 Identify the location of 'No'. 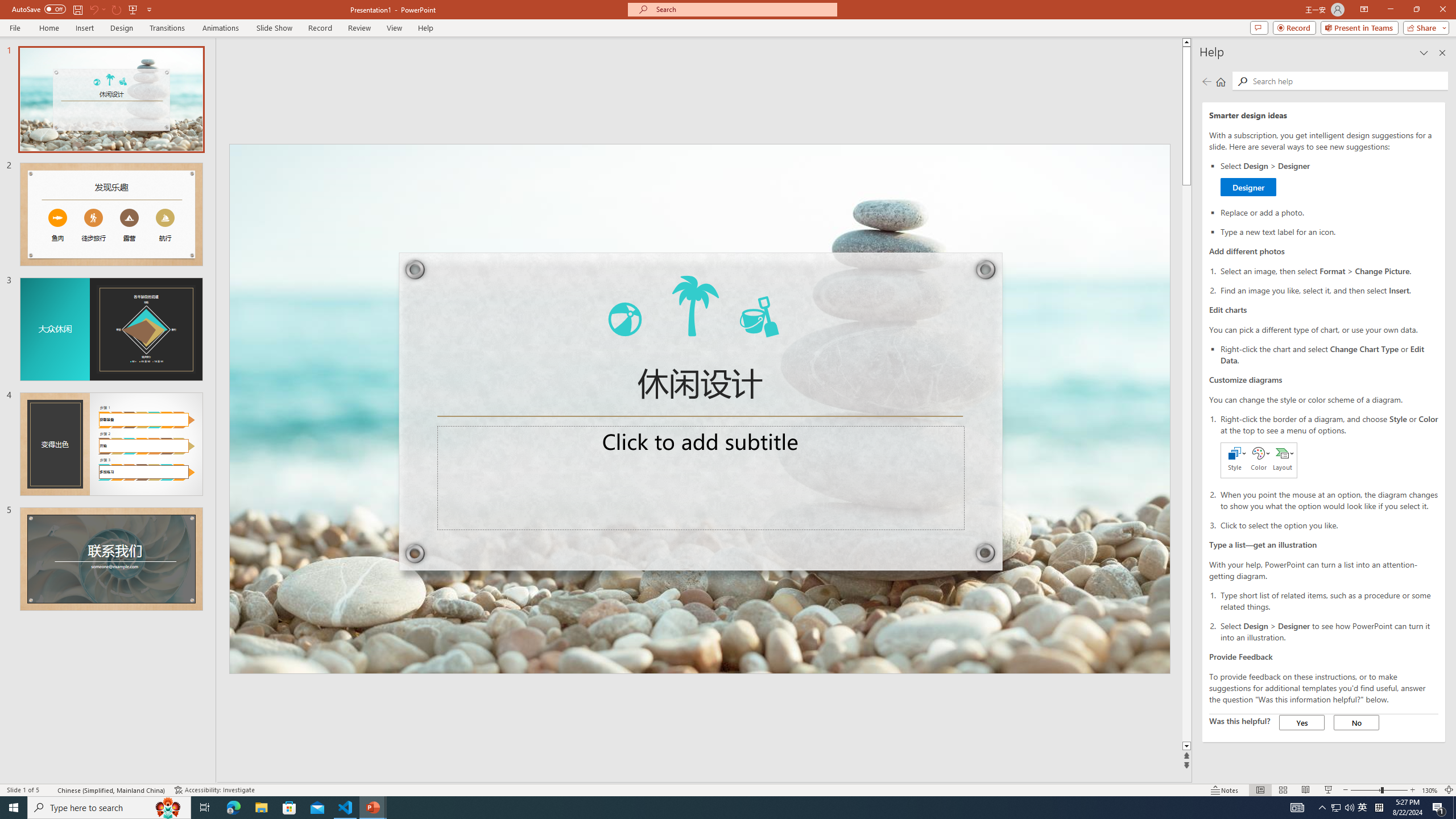
(1356, 722).